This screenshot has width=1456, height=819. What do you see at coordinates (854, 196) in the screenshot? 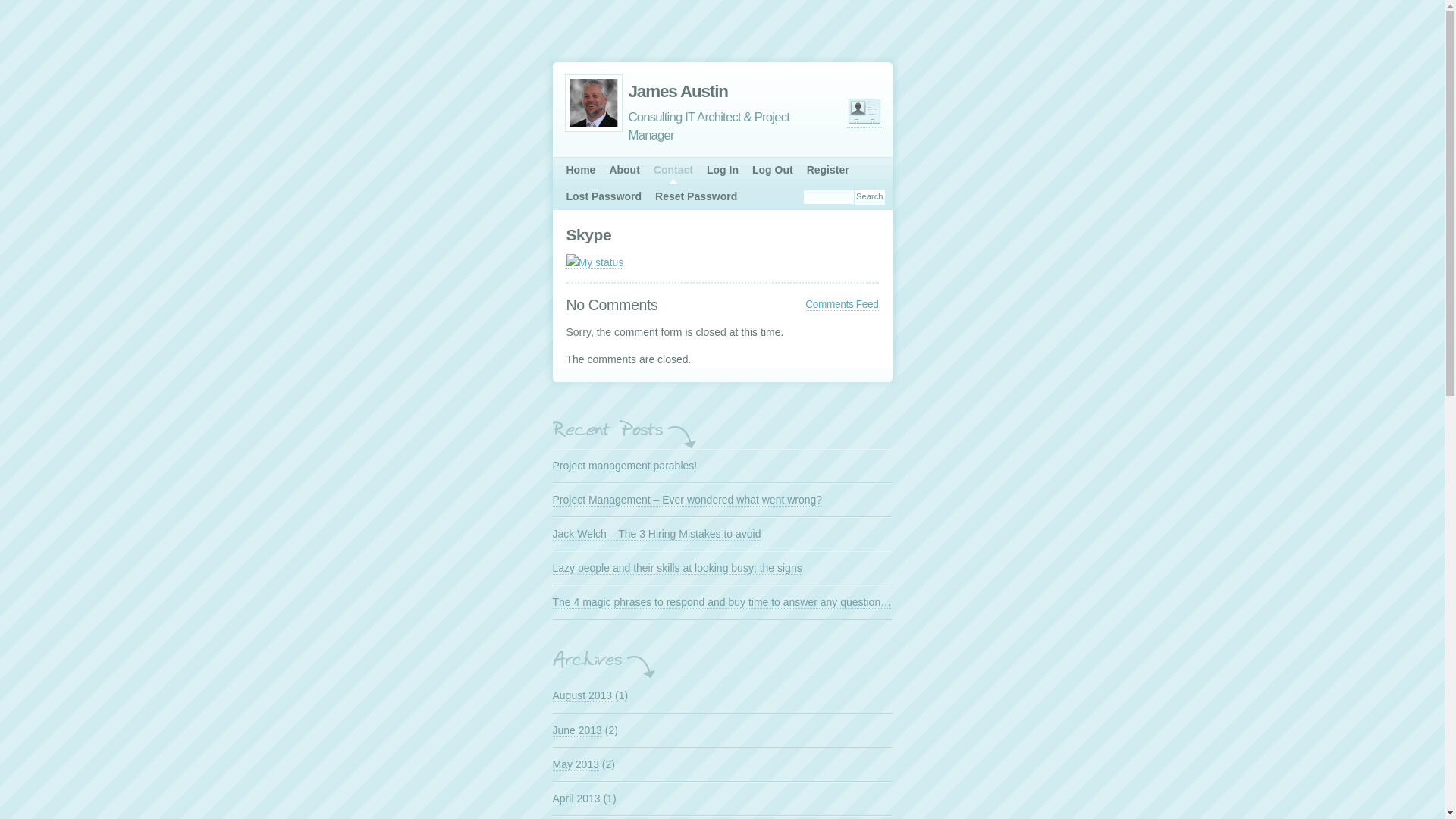
I see `'Search'` at bounding box center [854, 196].